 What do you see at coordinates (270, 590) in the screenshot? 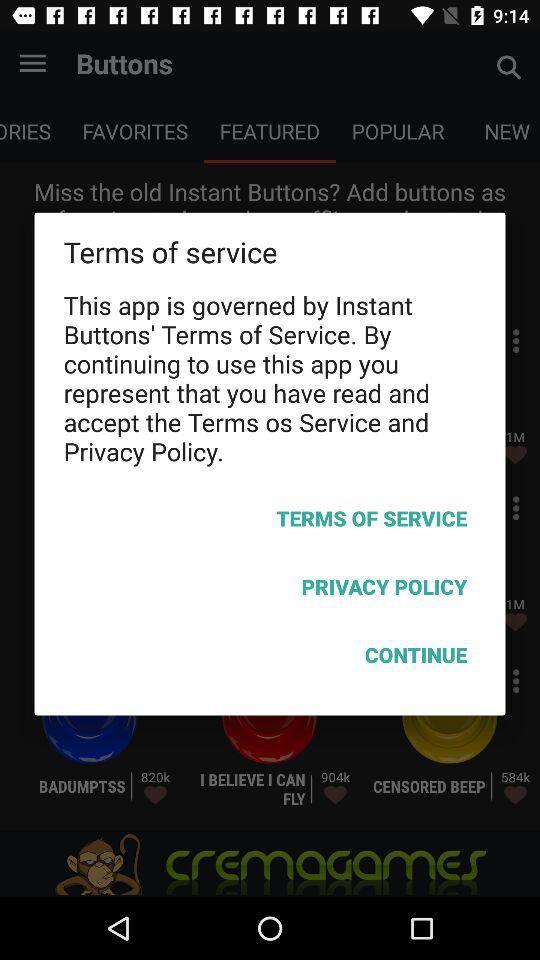
I see `the privacy policy icon` at bounding box center [270, 590].